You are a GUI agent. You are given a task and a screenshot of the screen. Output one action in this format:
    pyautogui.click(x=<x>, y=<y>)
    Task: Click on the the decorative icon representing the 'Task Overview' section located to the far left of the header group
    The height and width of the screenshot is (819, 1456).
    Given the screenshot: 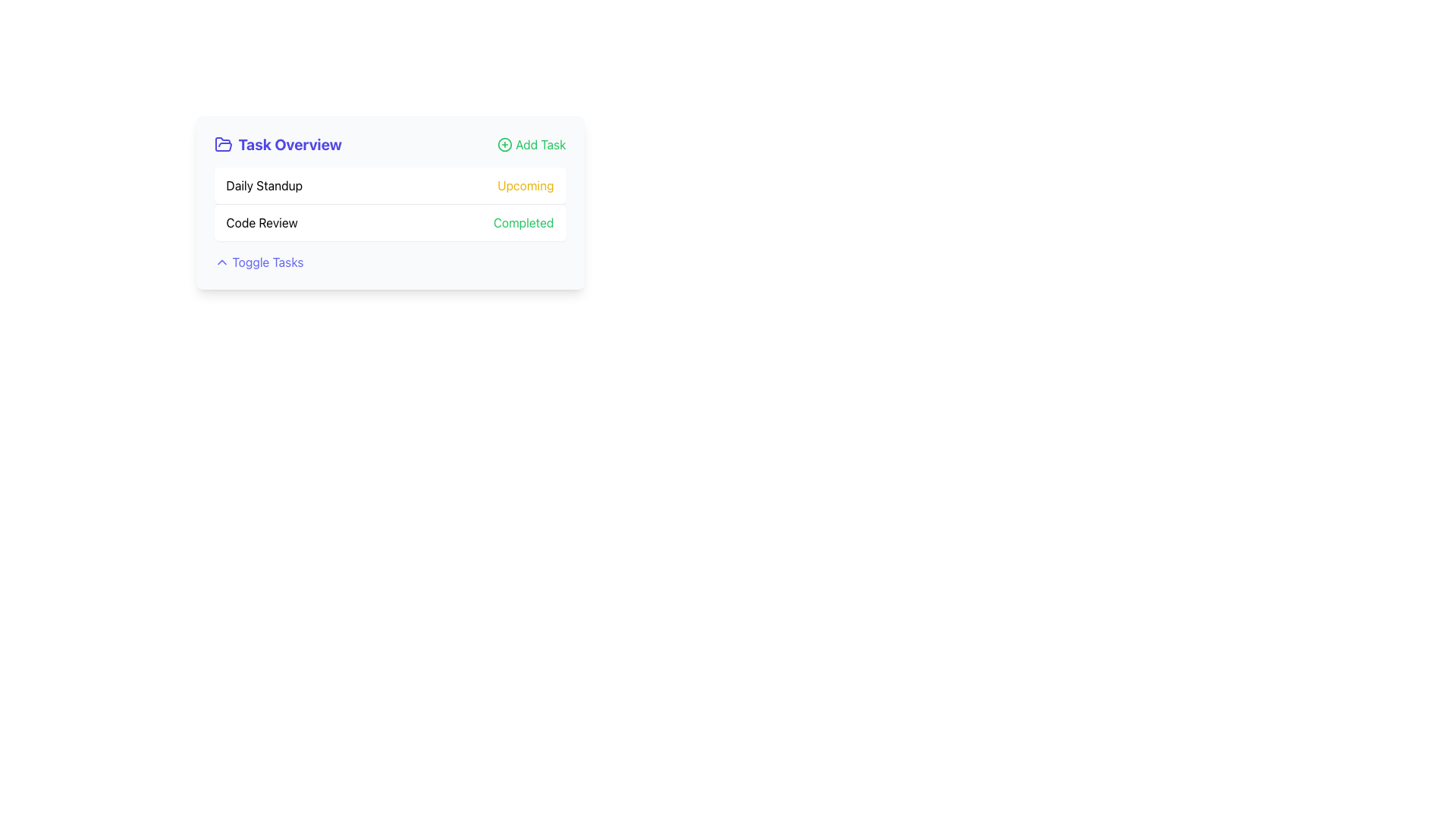 What is the action you would take?
    pyautogui.click(x=222, y=145)
    